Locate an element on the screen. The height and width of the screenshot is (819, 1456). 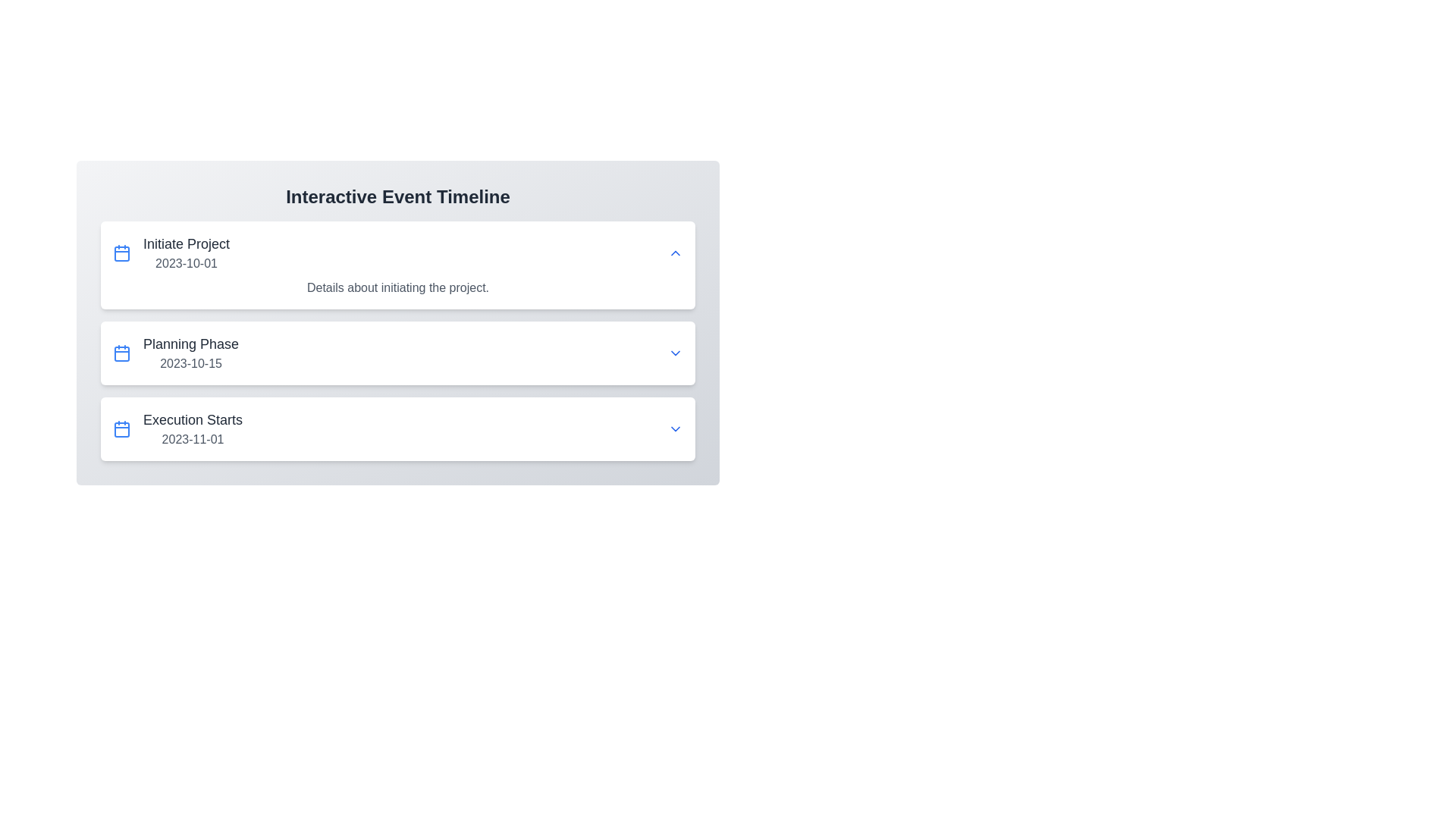
text from the first item in the 'Interactive Event Timeline' section, which indicates the 'Initiate Project' milestone is located at coordinates (185, 253).